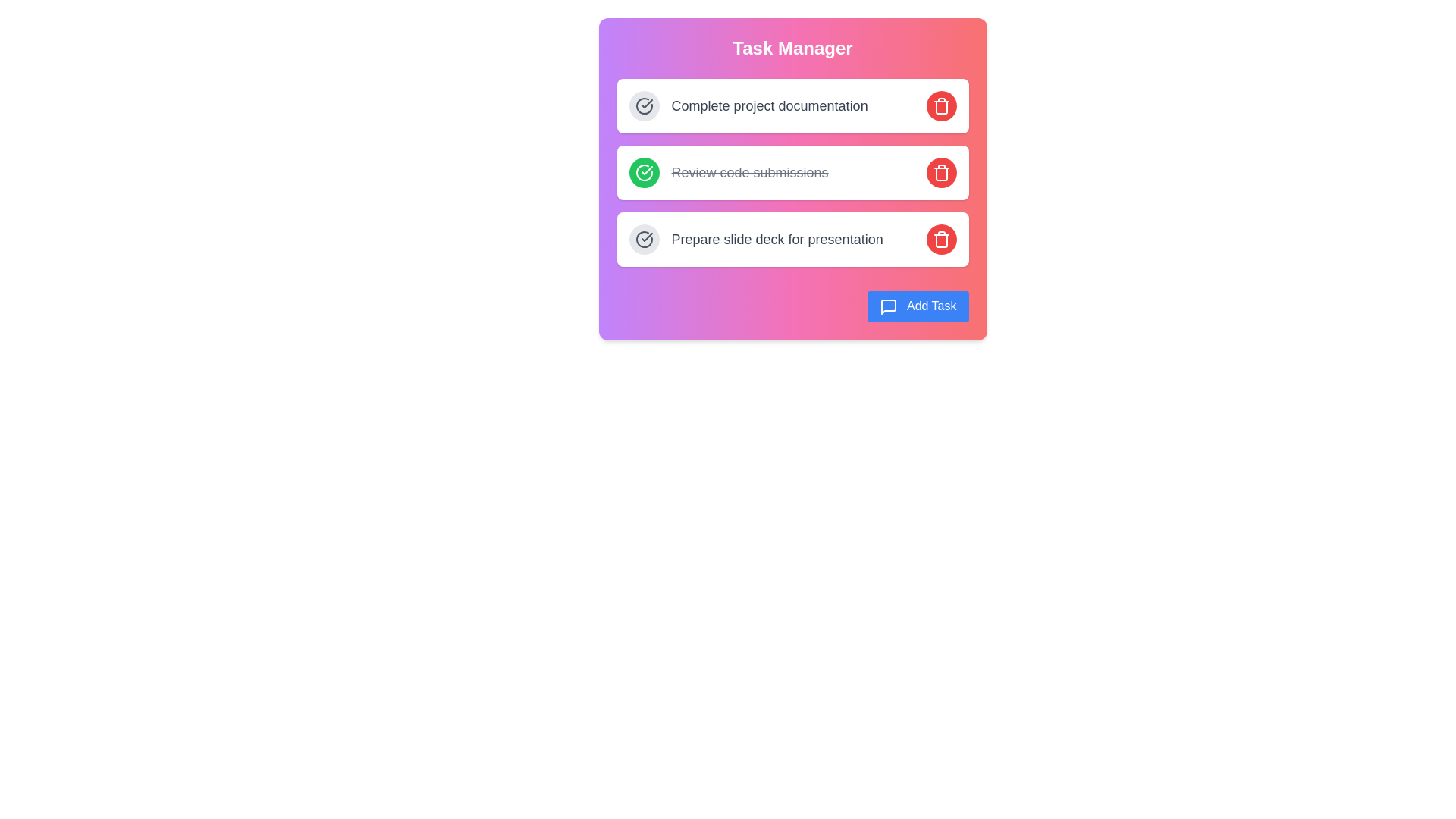 Image resolution: width=1456 pixels, height=819 pixels. What do you see at coordinates (644, 239) in the screenshot?
I see `the icon showing completion status located on the left side of the third task item` at bounding box center [644, 239].